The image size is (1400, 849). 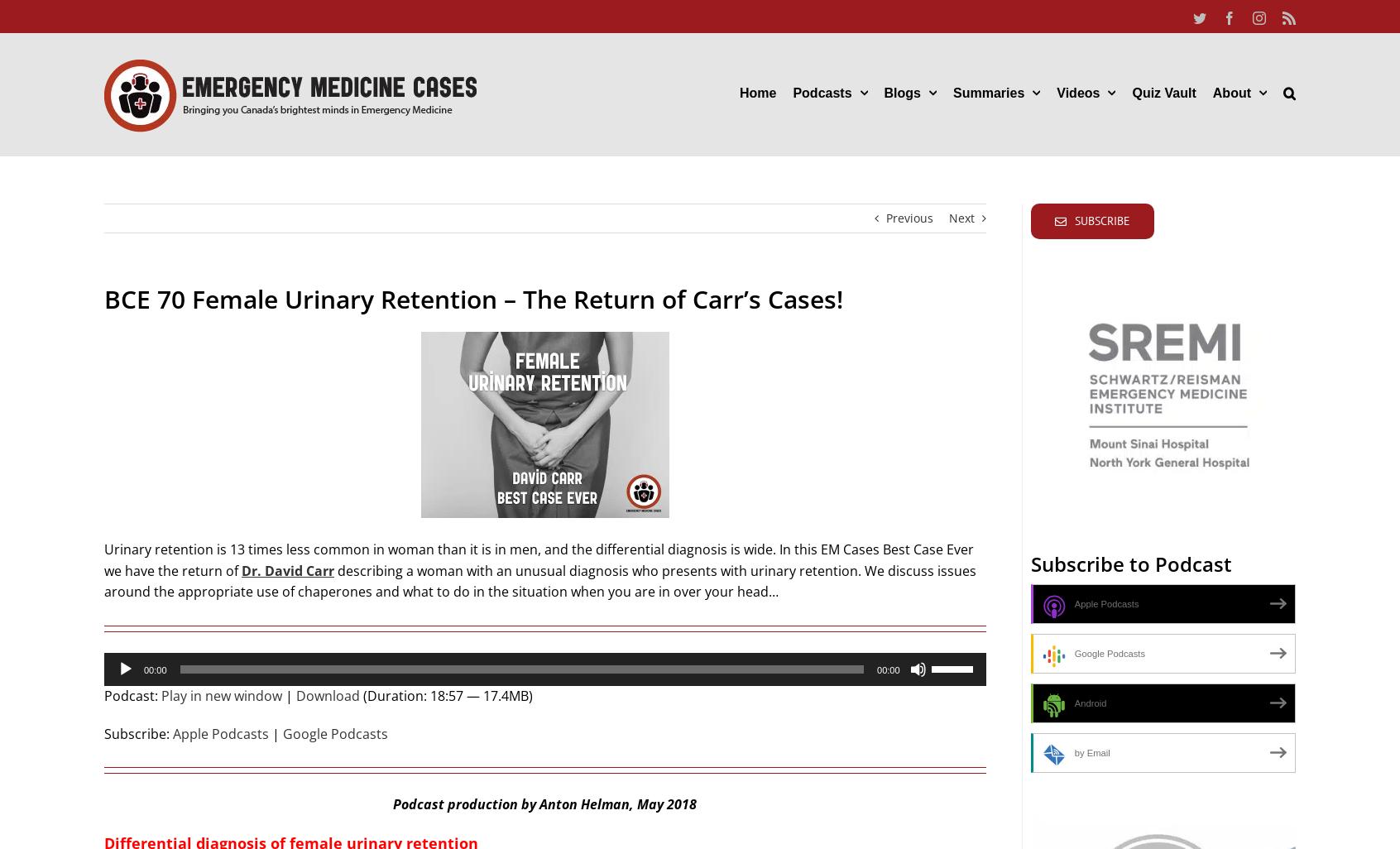 I want to click on 'Download', so click(x=328, y=696).